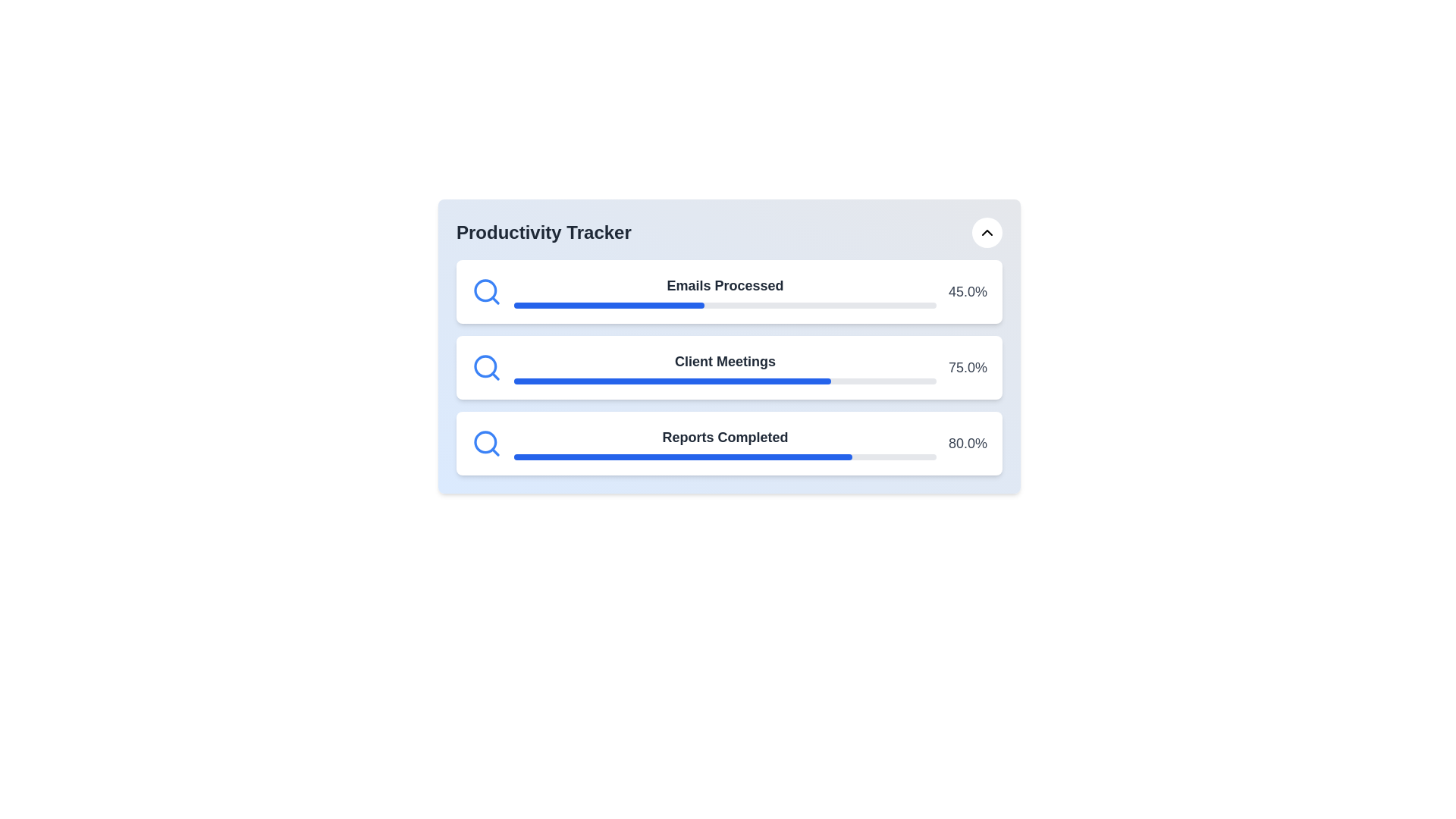 Image resolution: width=1456 pixels, height=819 pixels. I want to click on the central circle of the magnifying glass icon, which is located to the left of the 'Reports Completed' progress bar in the third row of the interface, so click(485, 442).